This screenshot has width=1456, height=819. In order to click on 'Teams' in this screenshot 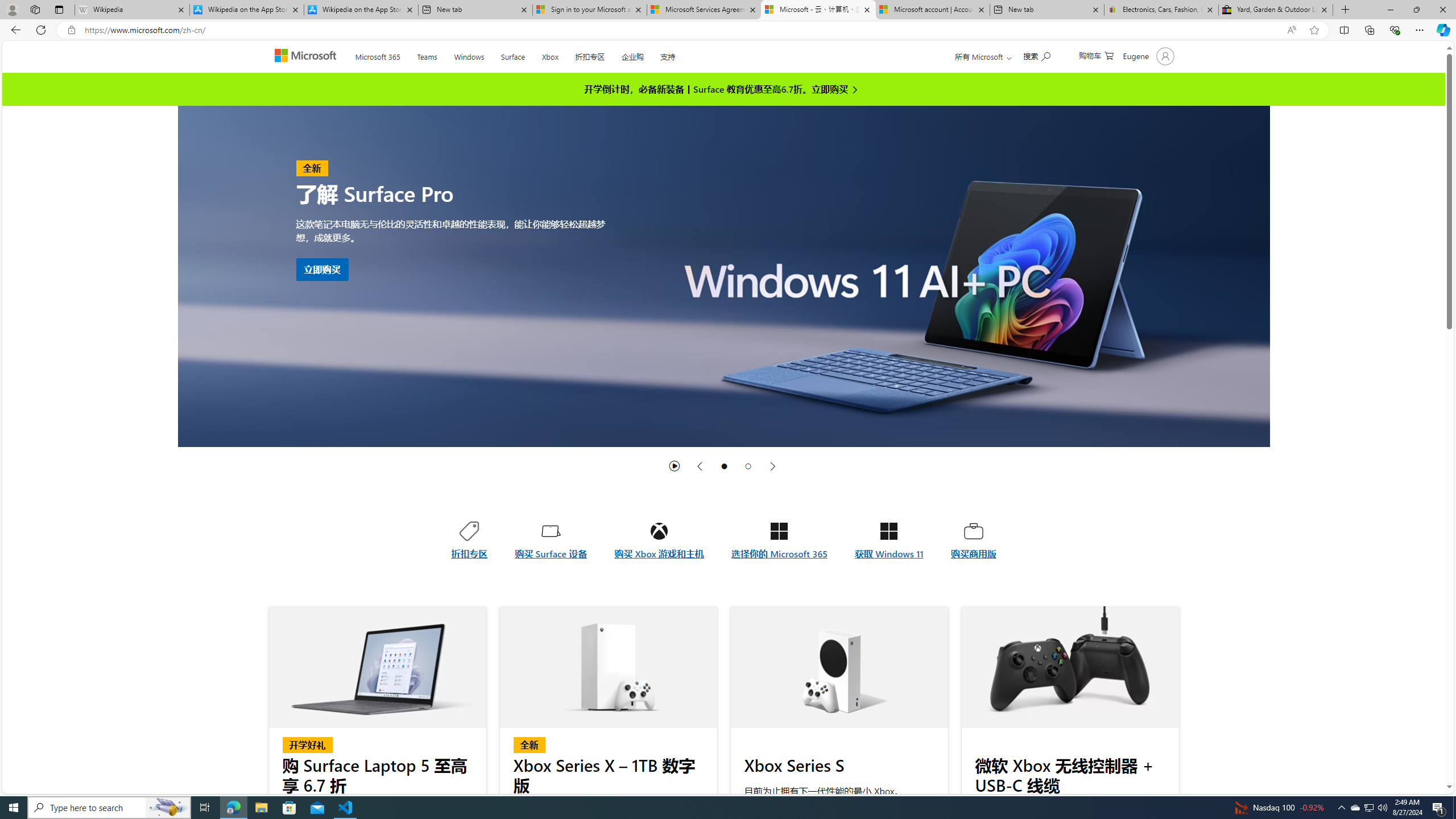, I will do `click(427, 54)`.